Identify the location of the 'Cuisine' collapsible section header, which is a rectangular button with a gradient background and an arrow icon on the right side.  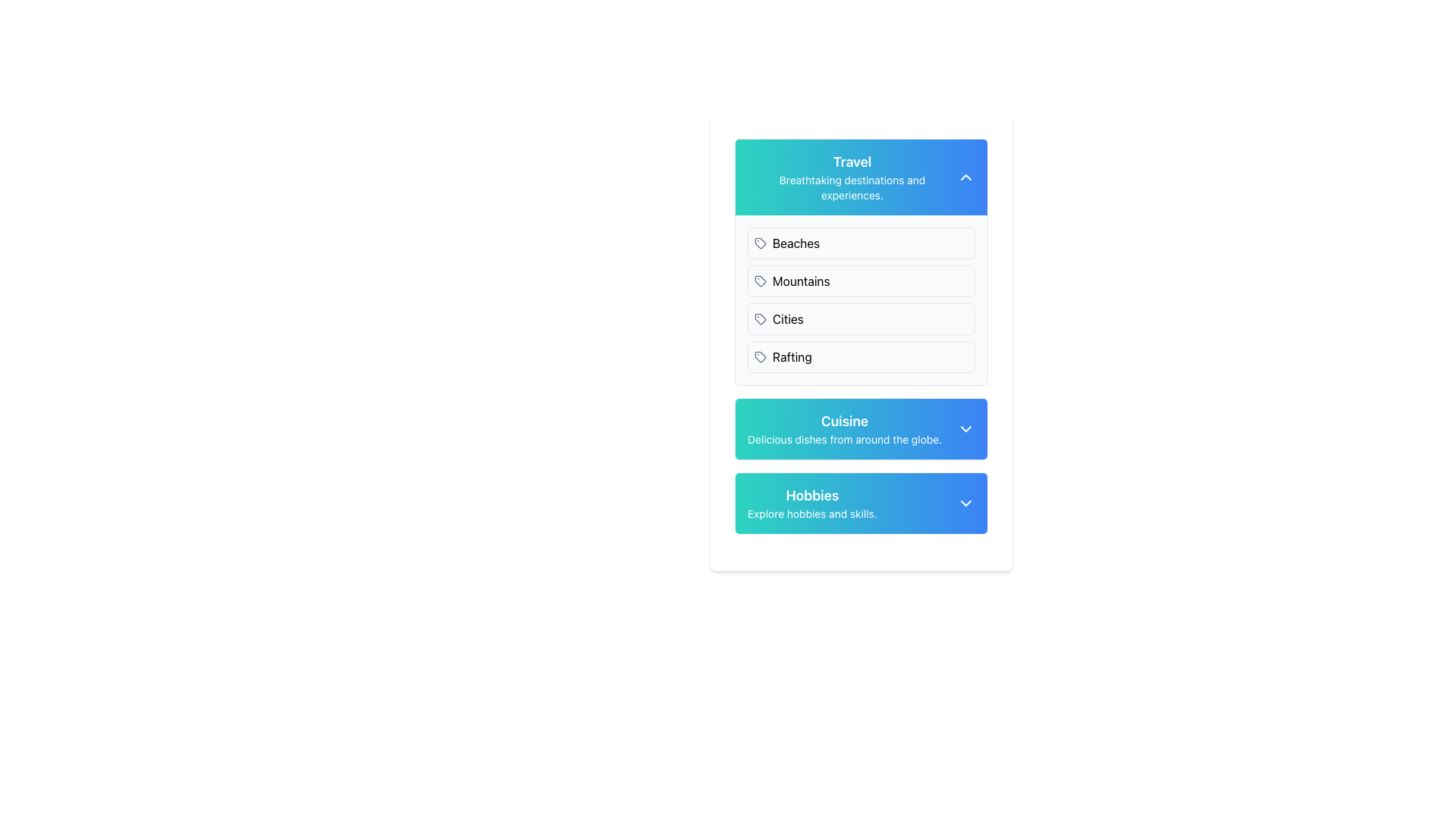
(861, 429).